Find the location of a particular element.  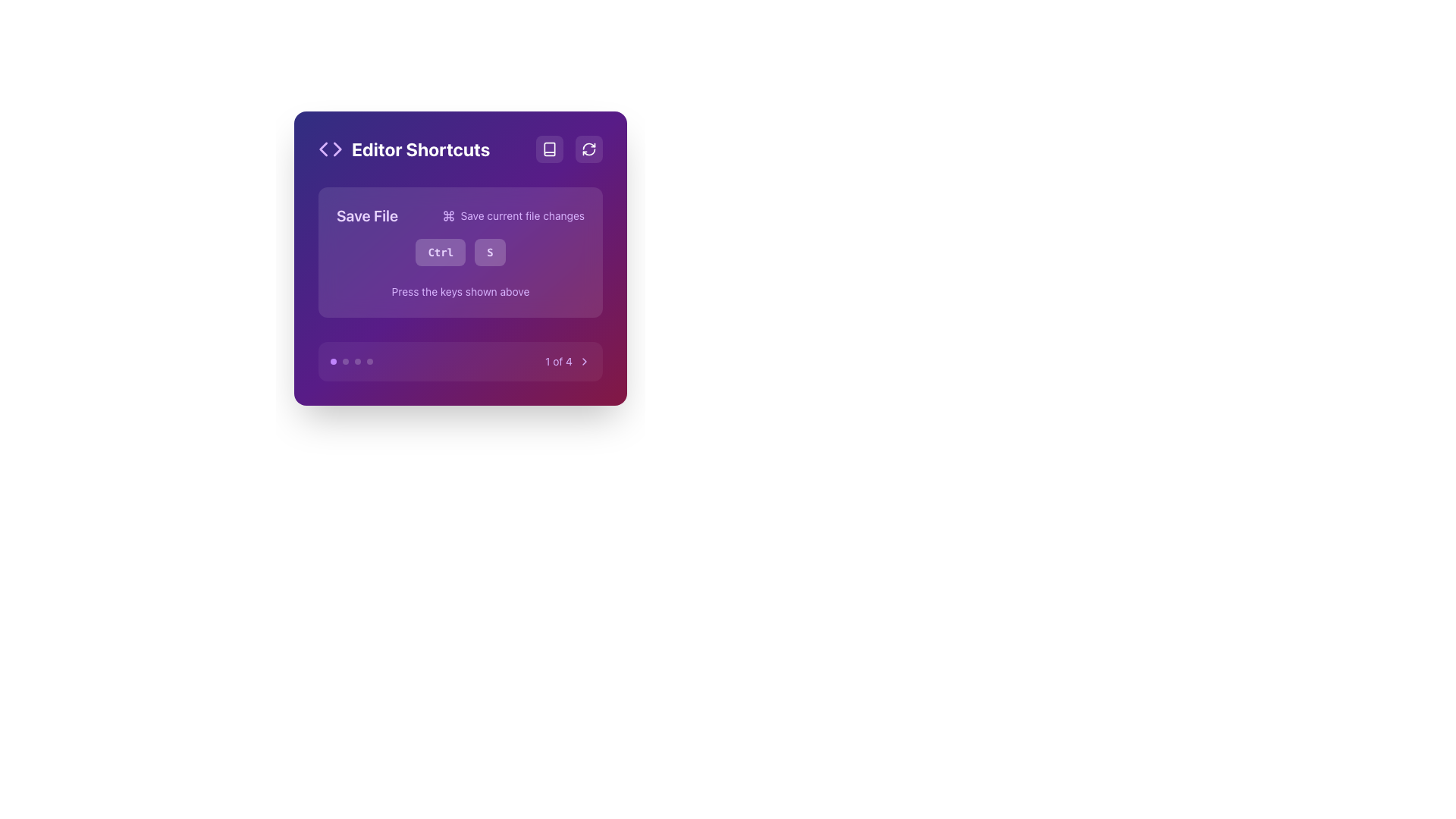

the 'refresh' or 'reload' icon located in the top-right near the 'Editor Shortcuts' header is located at coordinates (588, 152).